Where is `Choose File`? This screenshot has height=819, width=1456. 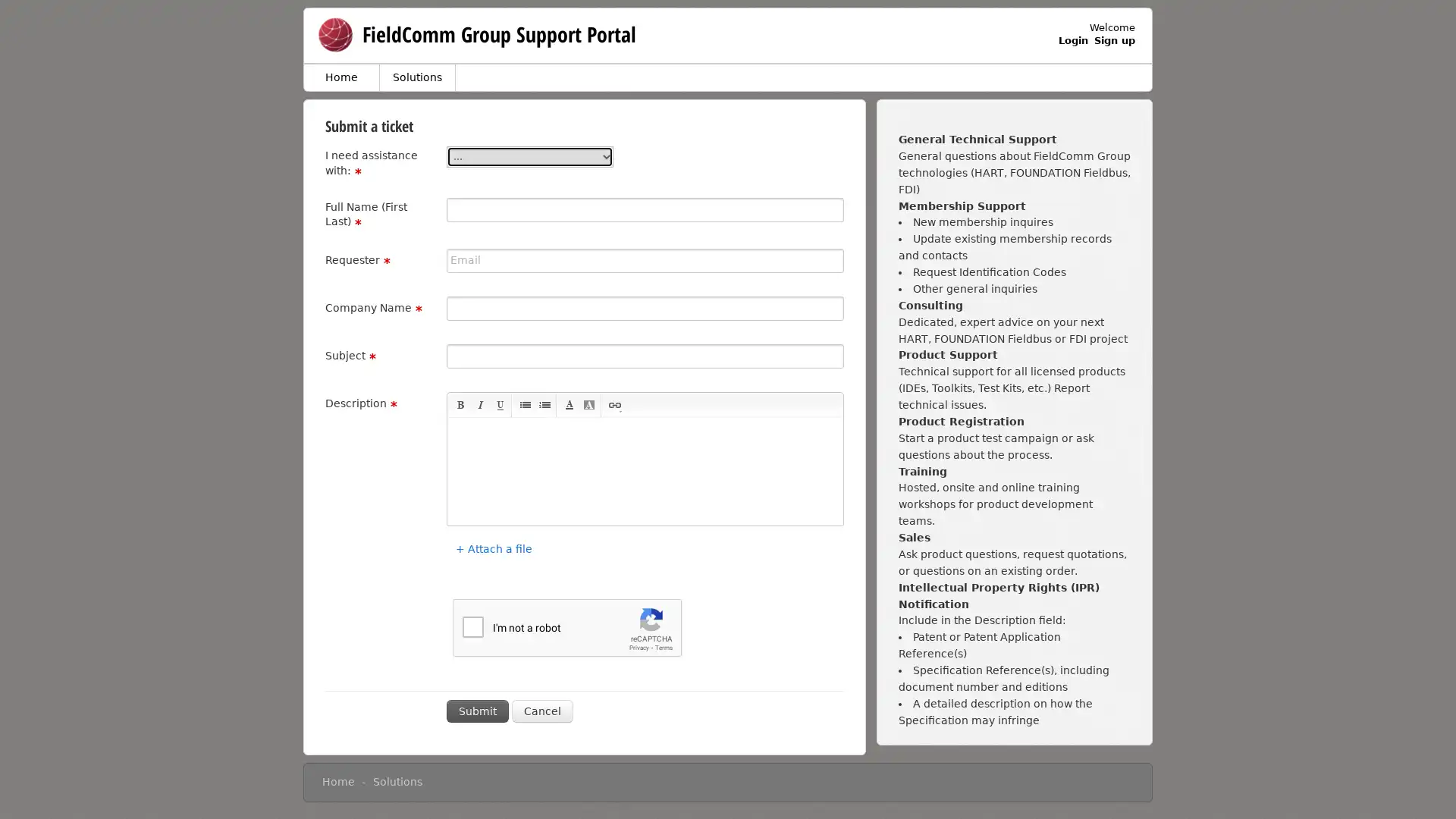
Choose File is located at coordinates (461, 536).